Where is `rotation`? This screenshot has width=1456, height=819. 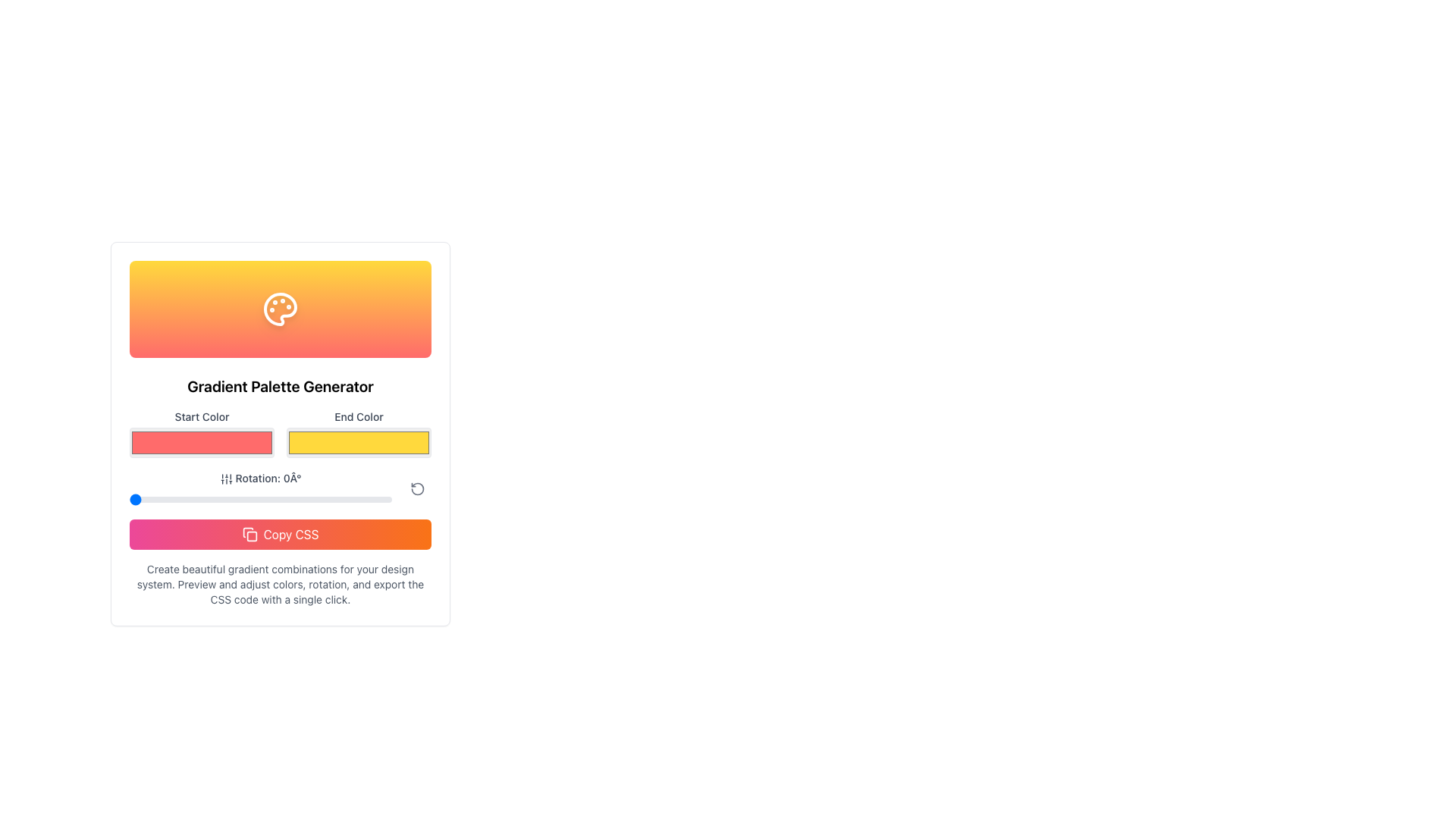
rotation is located at coordinates (230, 500).